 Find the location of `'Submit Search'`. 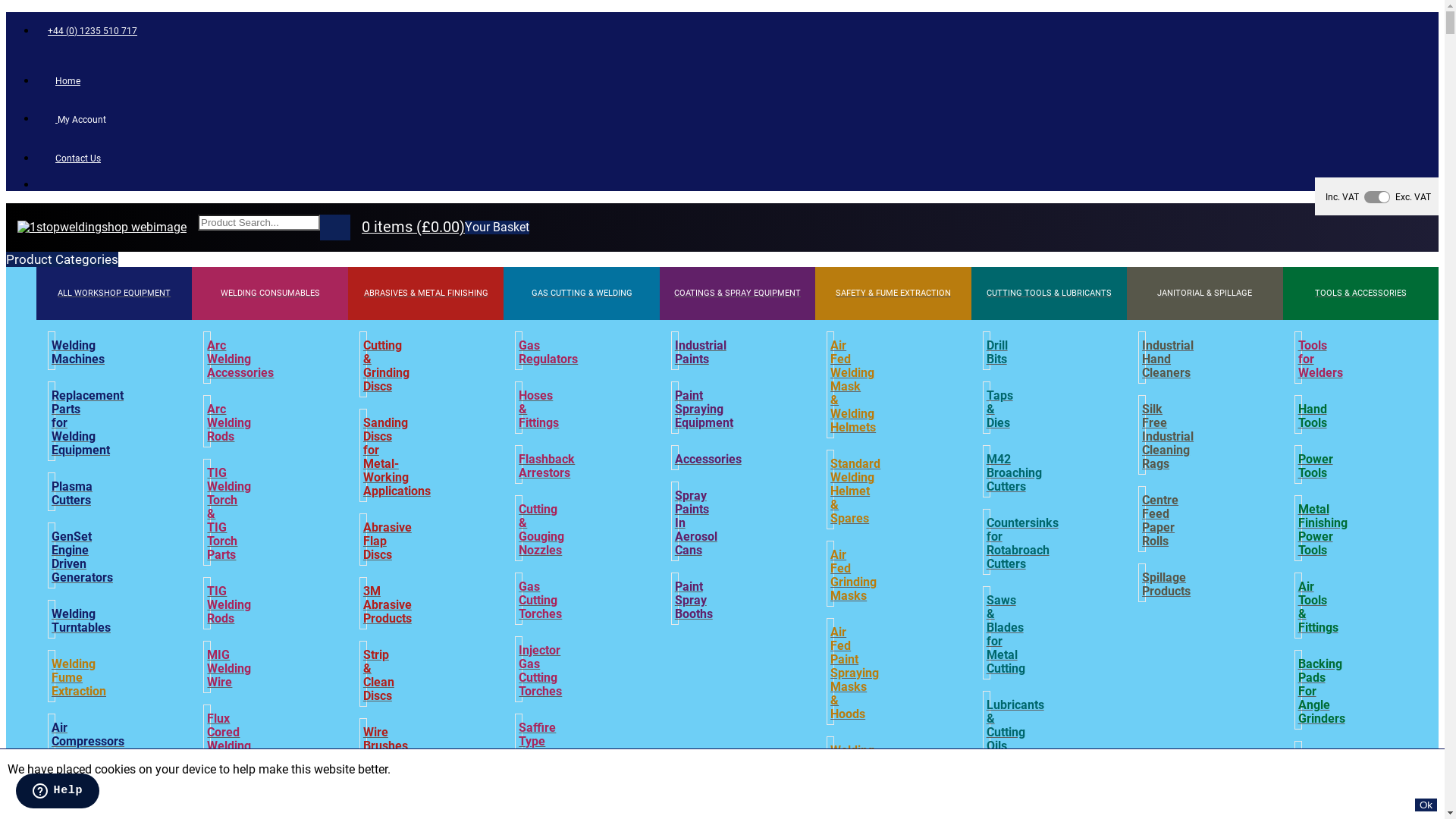

'Submit Search' is located at coordinates (334, 227).